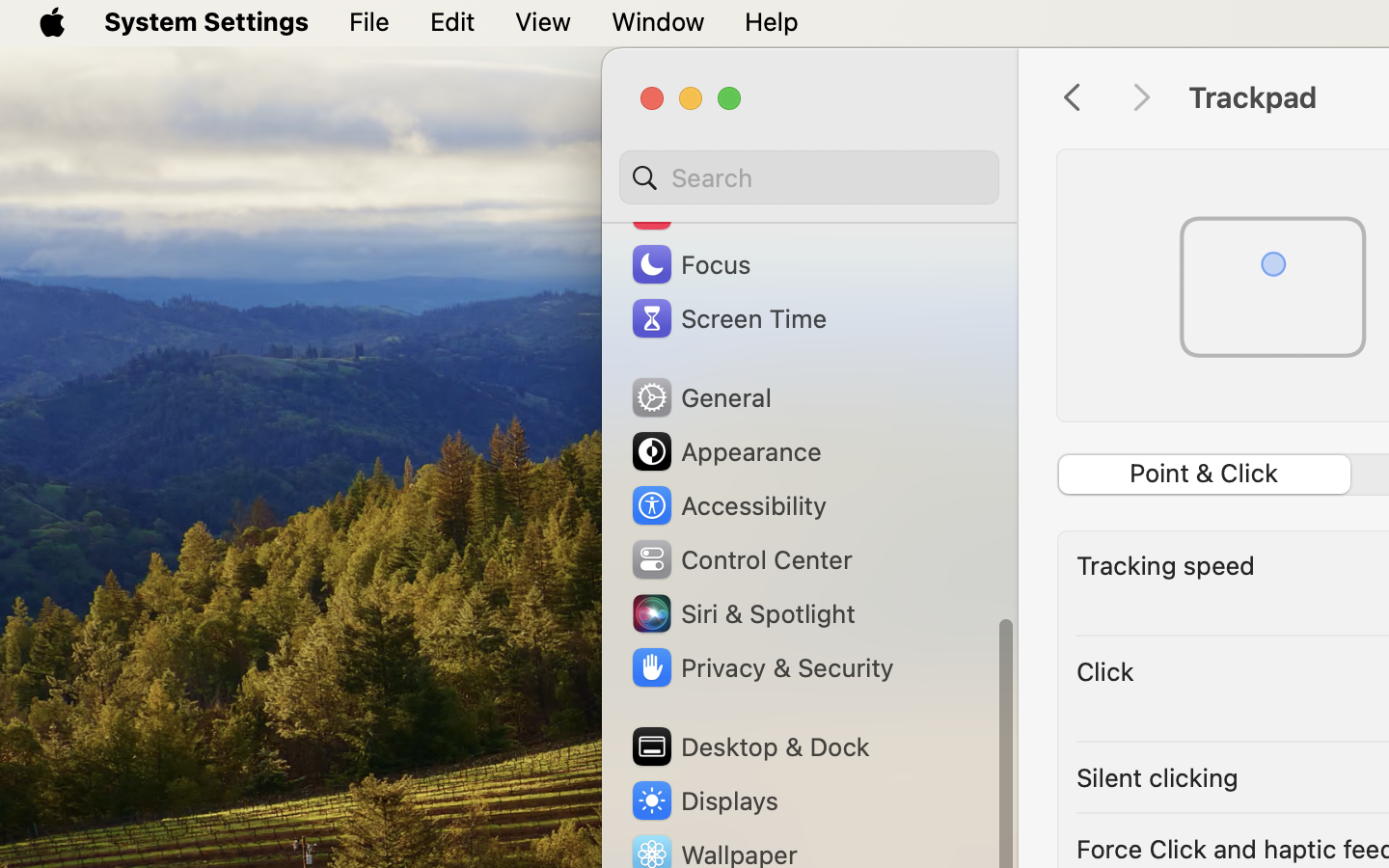  What do you see at coordinates (726, 503) in the screenshot?
I see `'Accessibility'` at bounding box center [726, 503].